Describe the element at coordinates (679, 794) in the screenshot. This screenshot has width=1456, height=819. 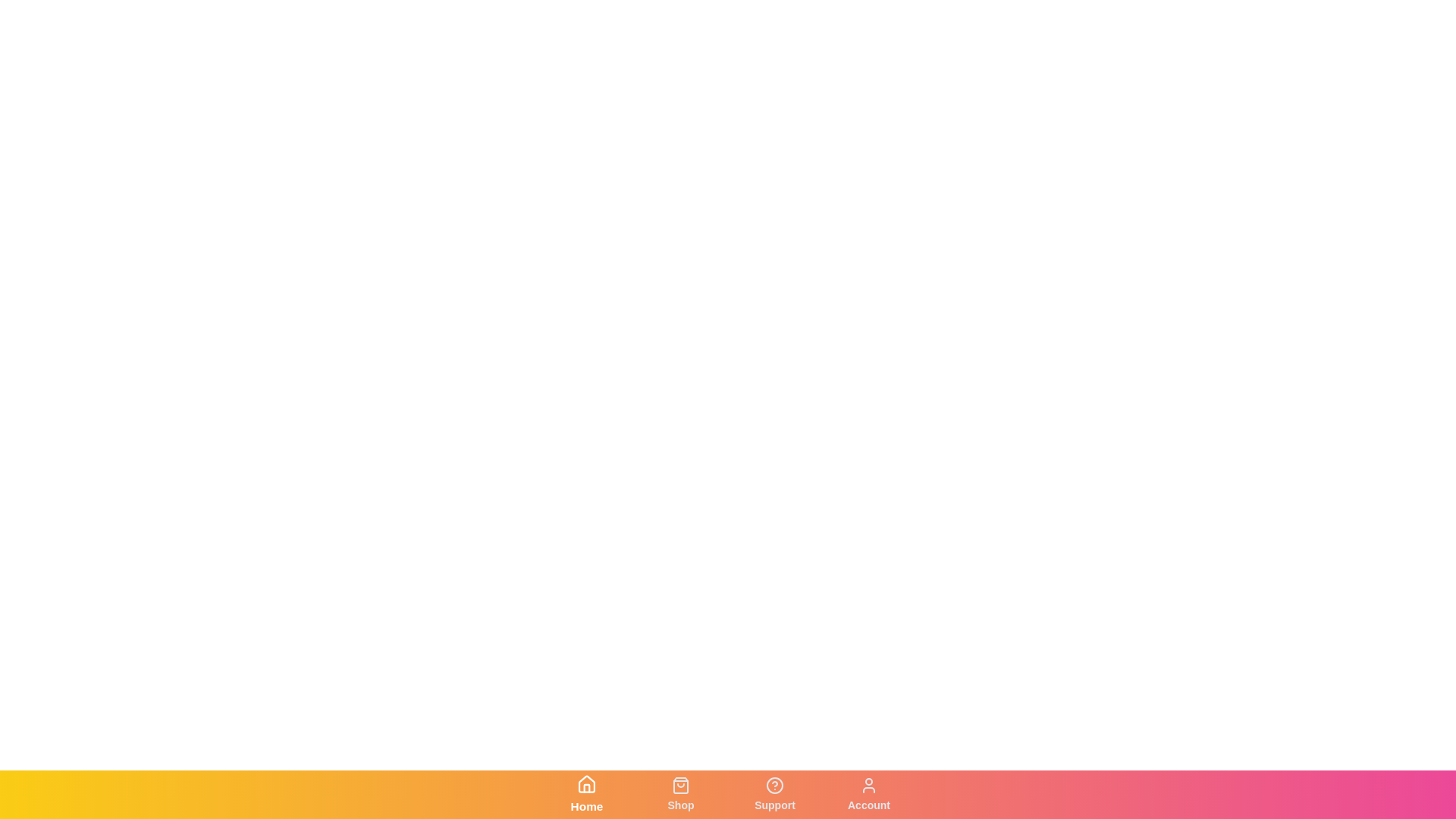
I see `the Shop tab from the navigation bar` at that location.